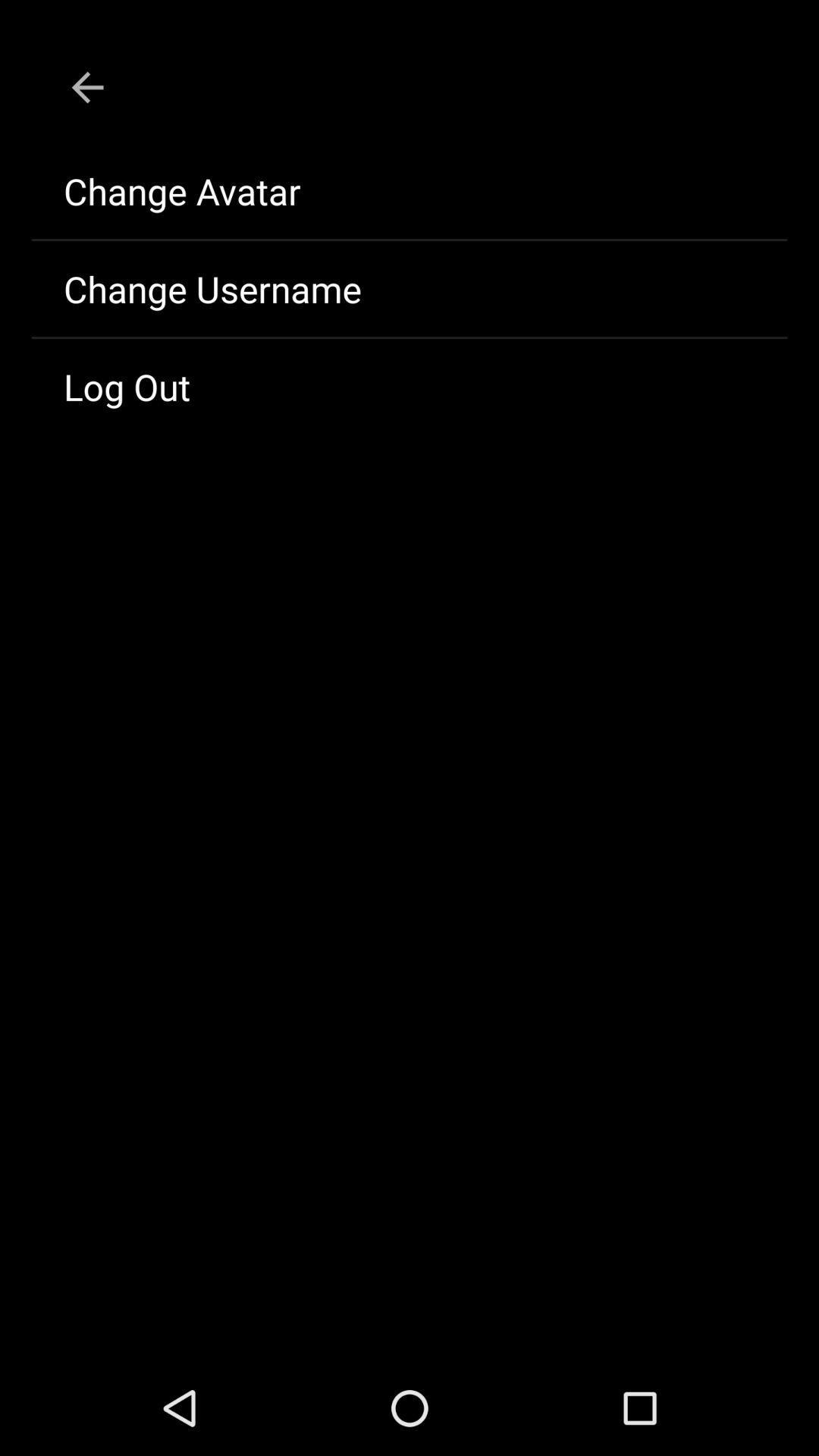 The height and width of the screenshot is (1456, 819). What do you see at coordinates (409, 190) in the screenshot?
I see `the change avatar` at bounding box center [409, 190].